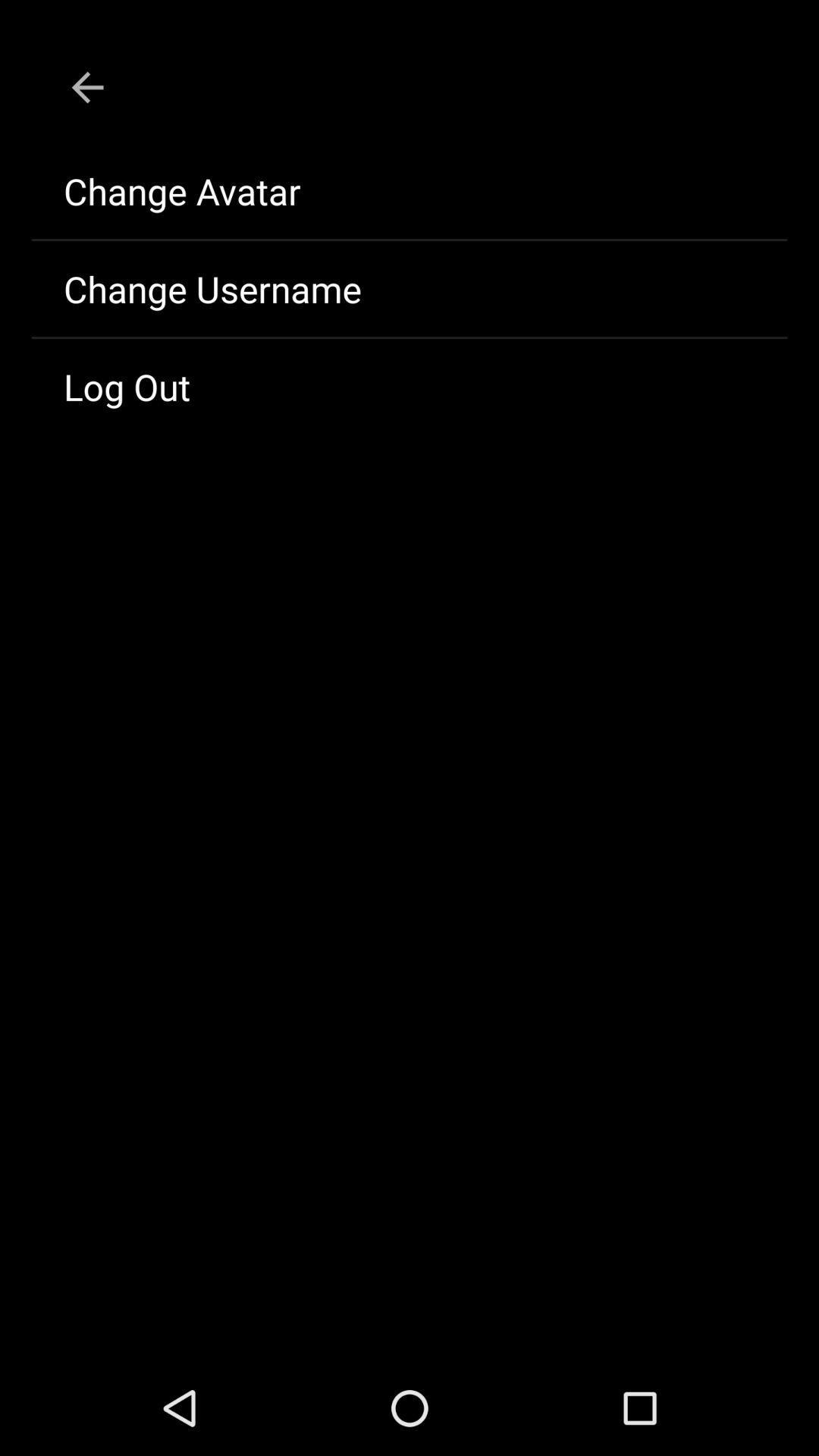 The height and width of the screenshot is (1456, 819). What do you see at coordinates (409, 190) in the screenshot?
I see `the change avatar` at bounding box center [409, 190].